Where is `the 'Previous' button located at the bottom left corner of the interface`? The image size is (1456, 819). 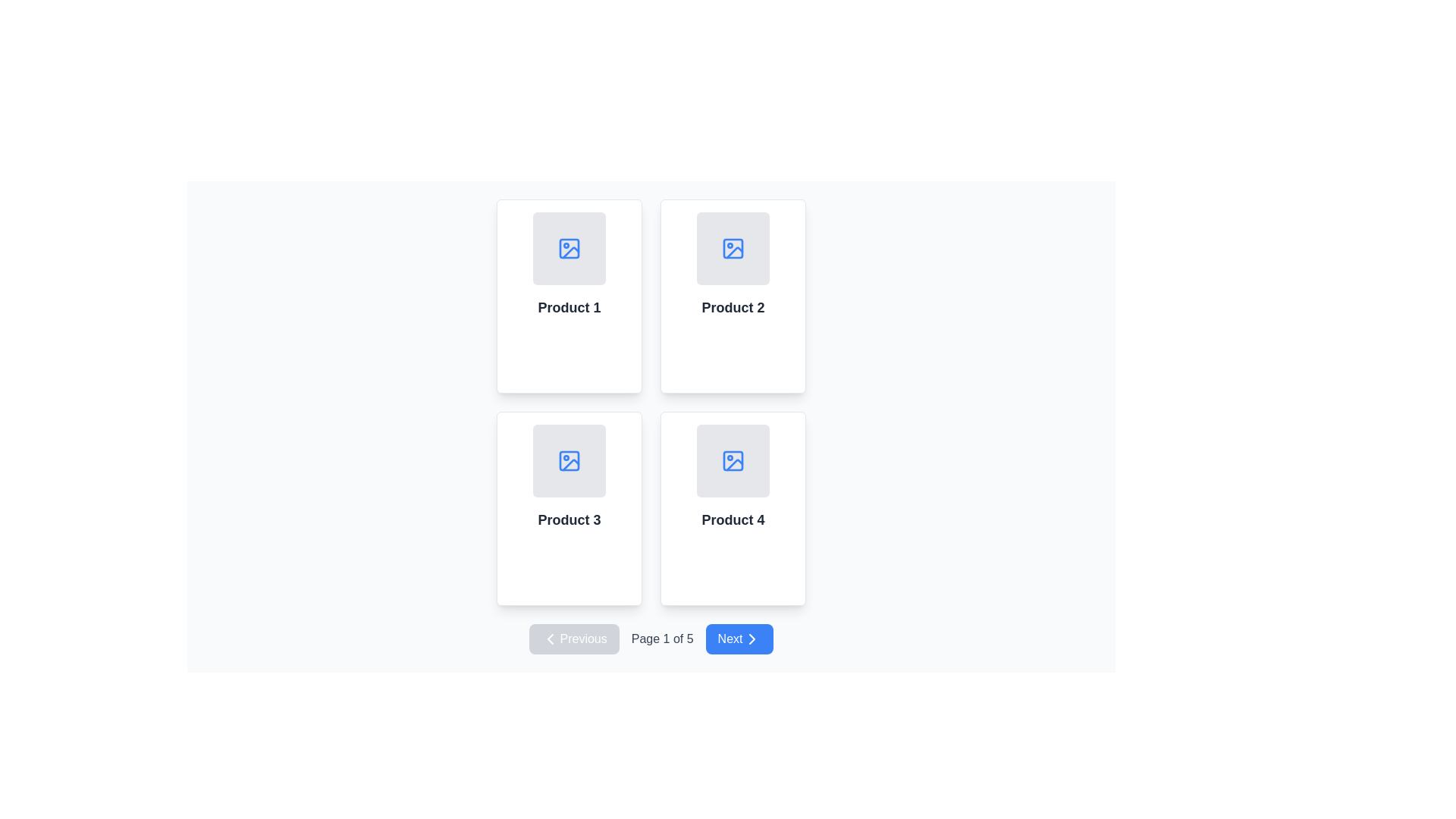
the 'Previous' button located at the bottom left corner of the interface is located at coordinates (573, 639).